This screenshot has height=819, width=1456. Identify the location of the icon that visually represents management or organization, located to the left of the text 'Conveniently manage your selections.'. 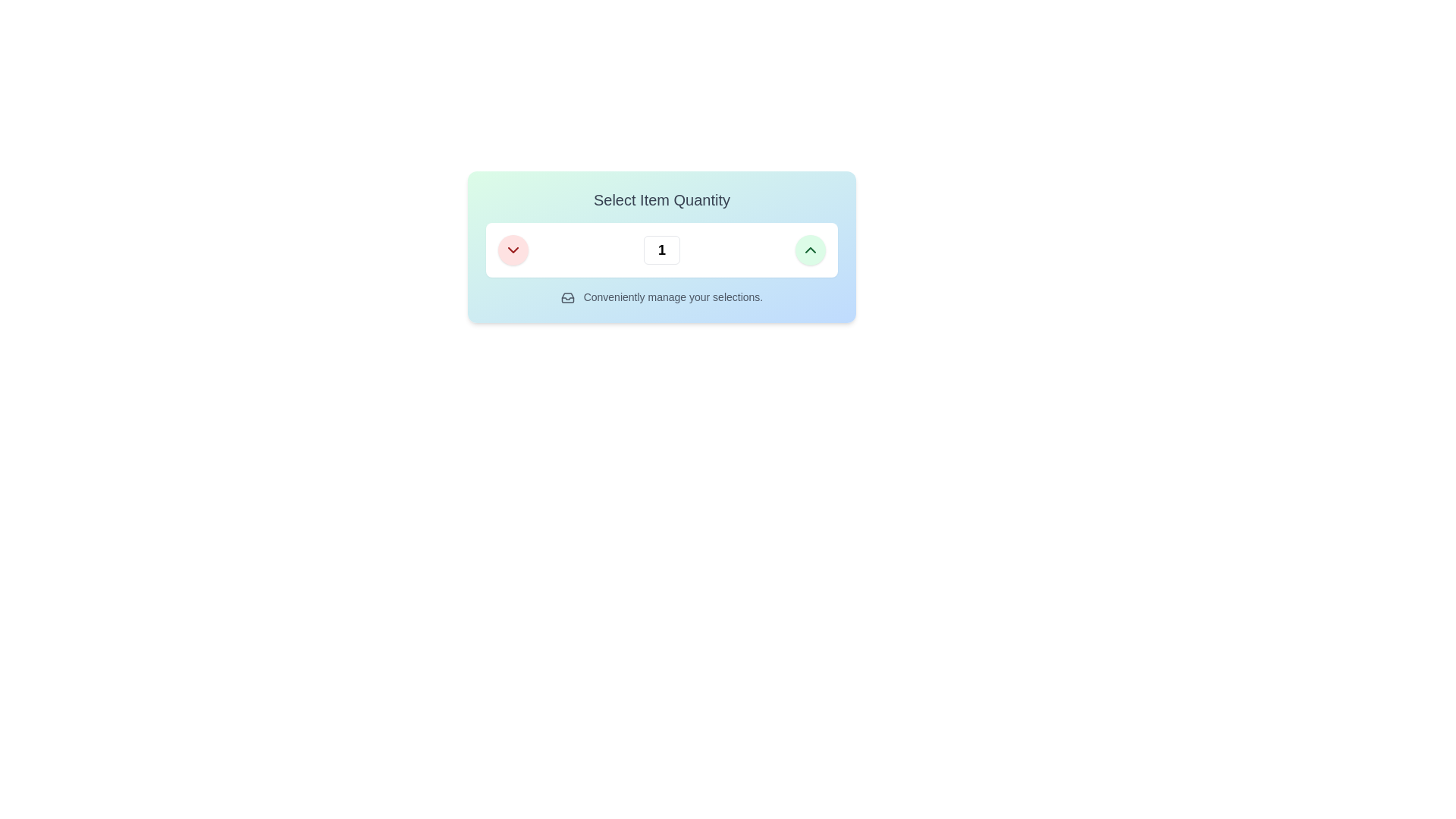
(566, 298).